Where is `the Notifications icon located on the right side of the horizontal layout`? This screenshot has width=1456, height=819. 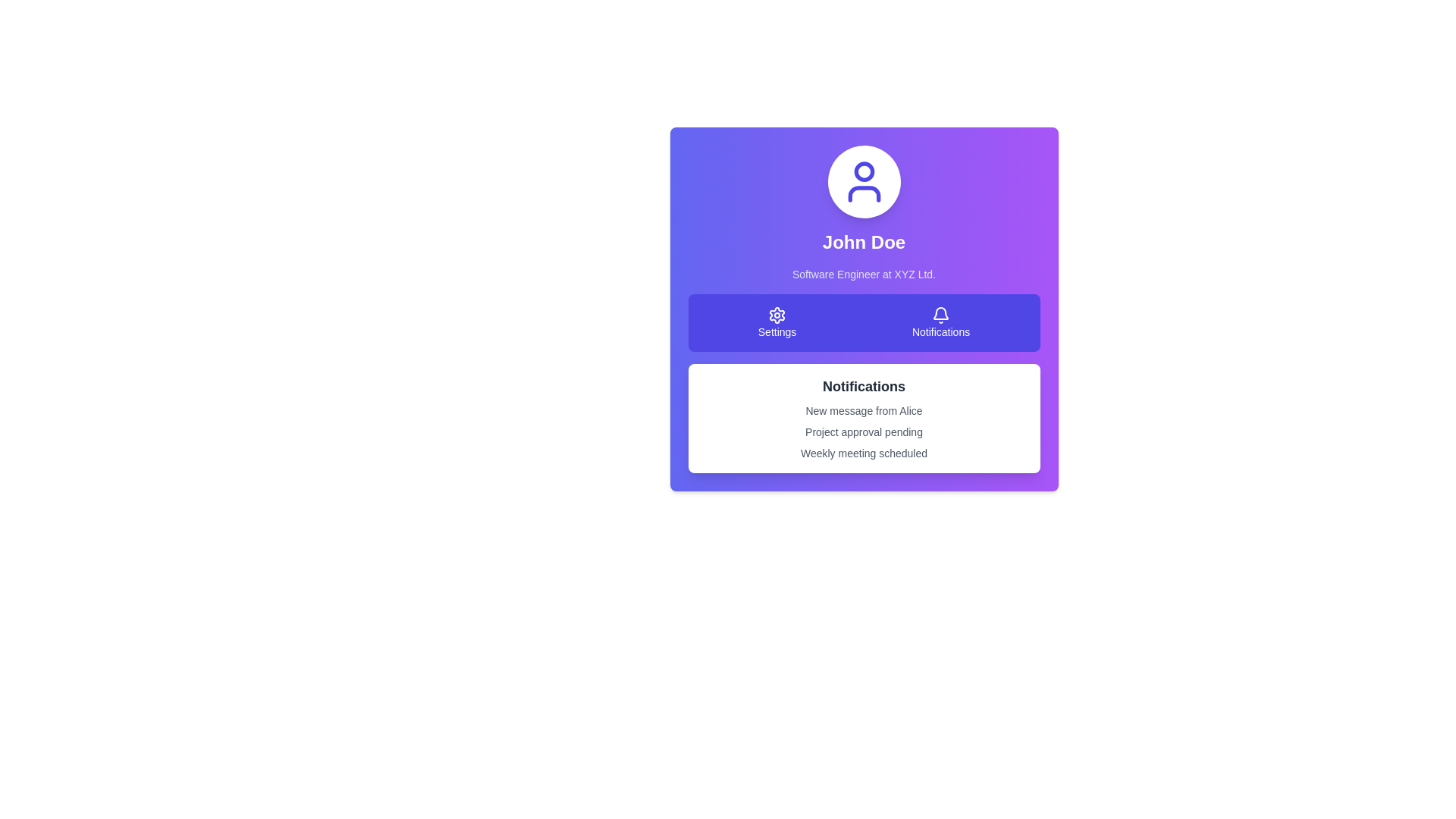 the Notifications icon located on the right side of the horizontal layout is located at coordinates (940, 315).